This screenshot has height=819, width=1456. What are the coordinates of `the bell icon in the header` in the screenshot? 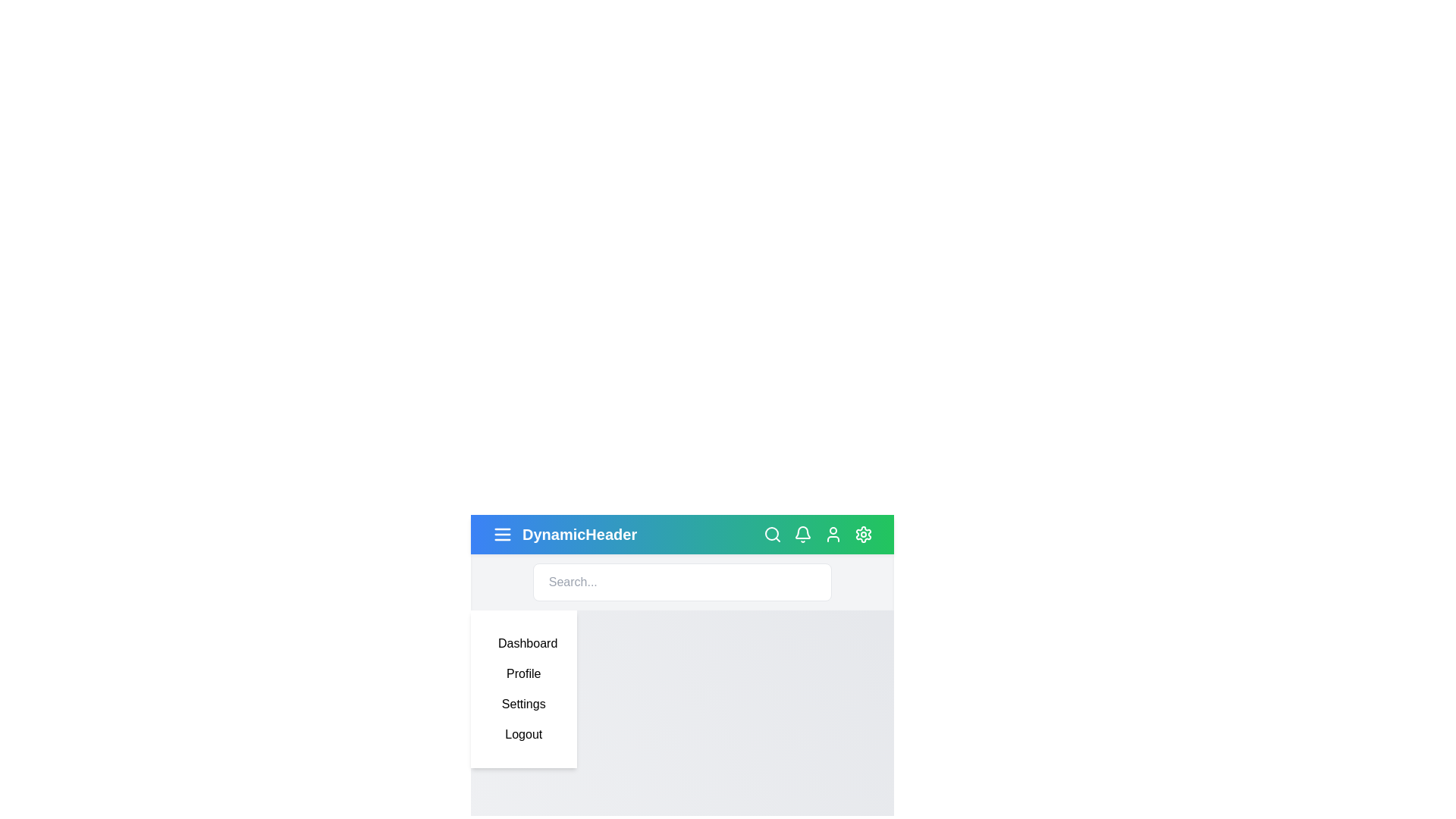 It's located at (802, 534).